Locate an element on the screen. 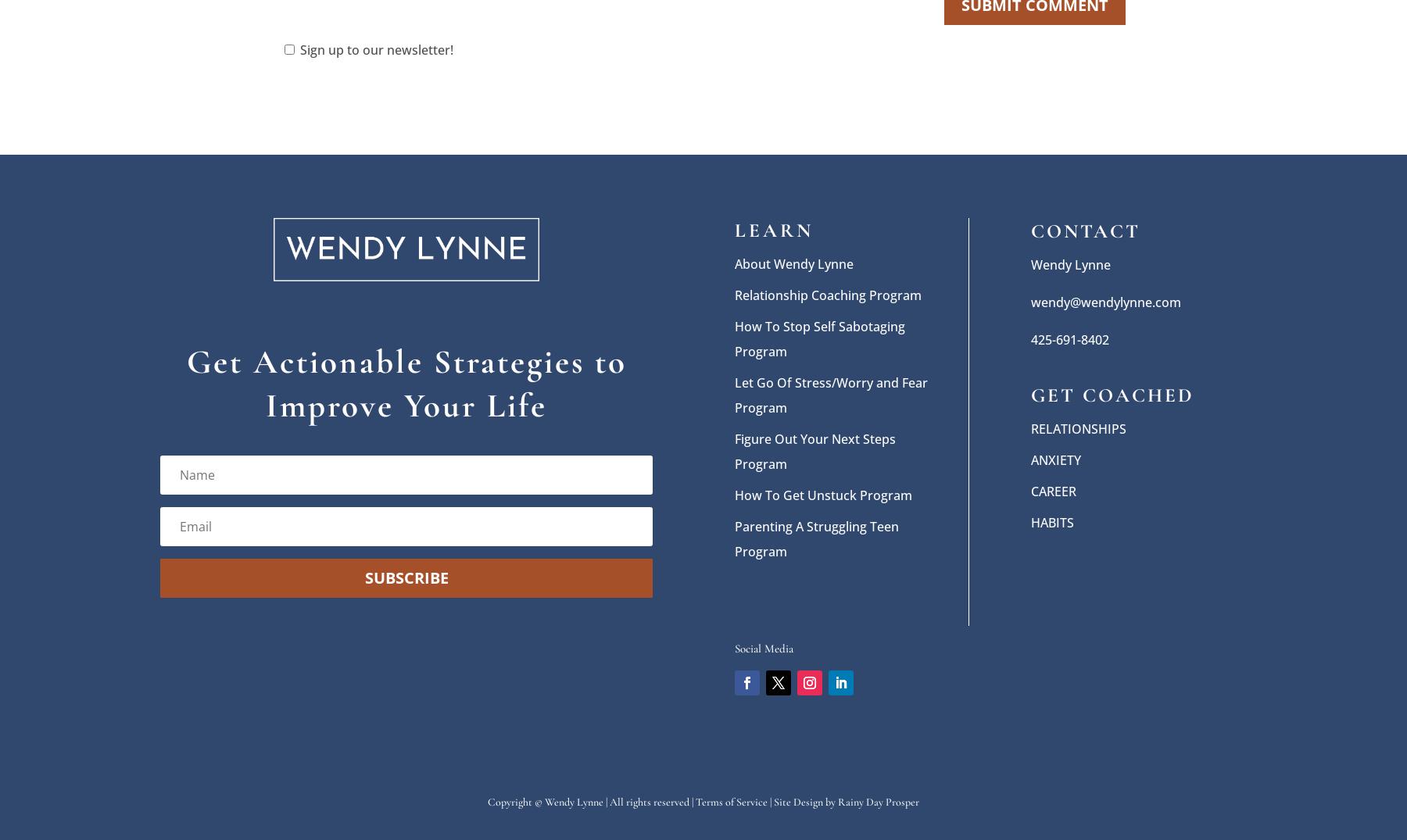  'CAREER' is located at coordinates (1054, 490).